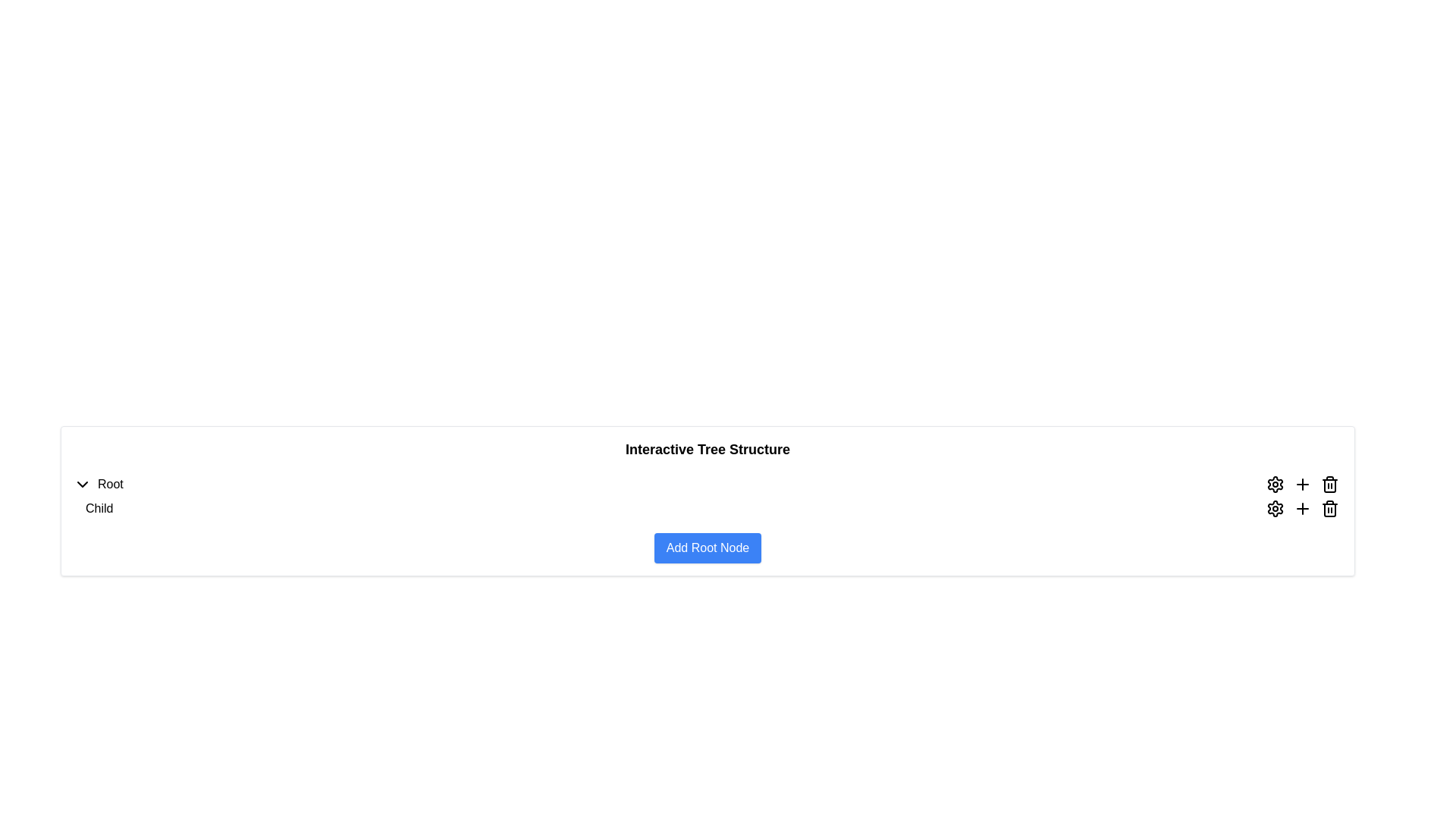 The width and height of the screenshot is (1456, 819). I want to click on the button located at the center of the bottom part of the 'Interactive Tree Structure' section, so click(707, 548).